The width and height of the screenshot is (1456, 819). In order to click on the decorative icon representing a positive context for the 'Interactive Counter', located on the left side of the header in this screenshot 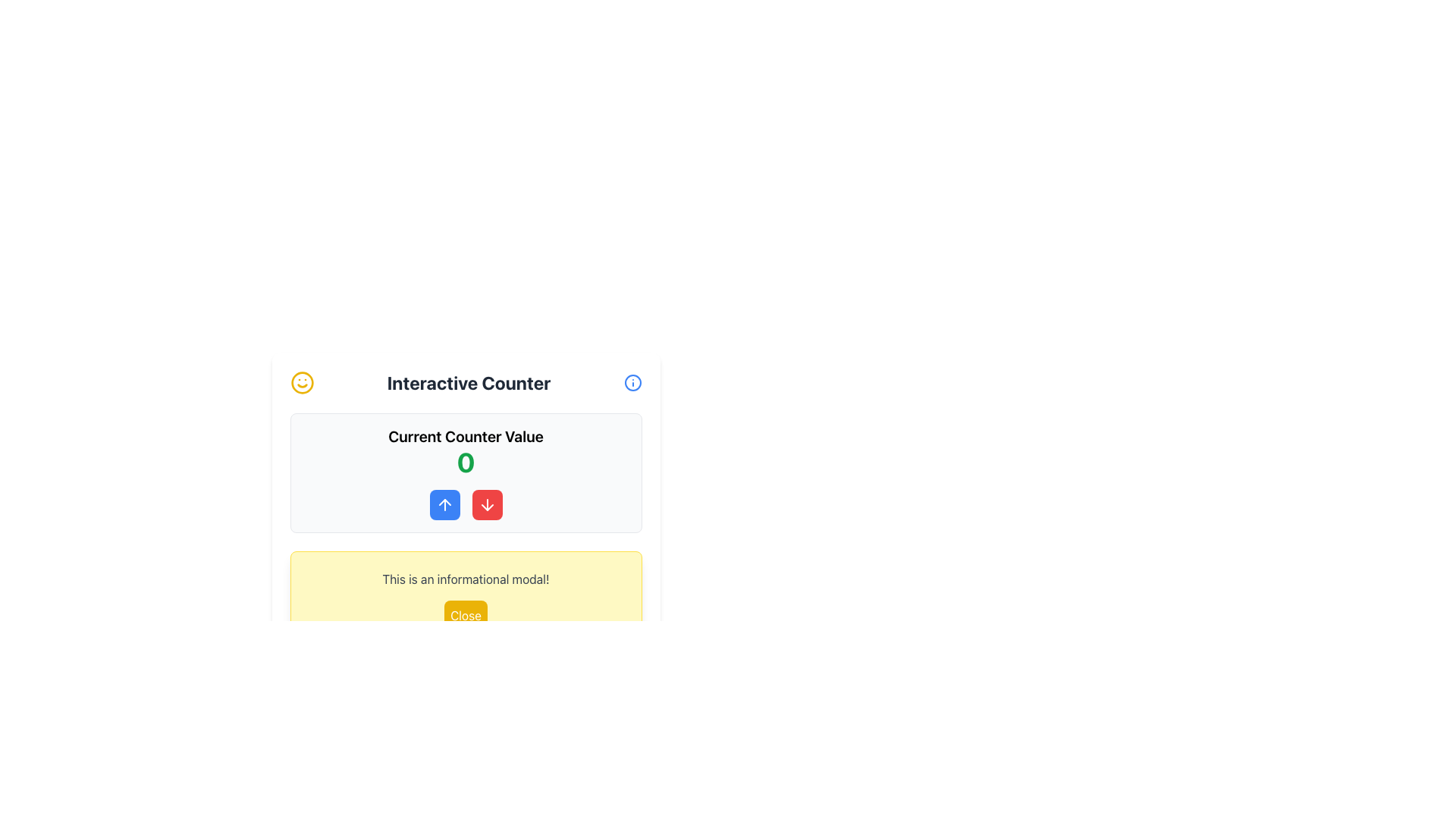, I will do `click(302, 382)`.